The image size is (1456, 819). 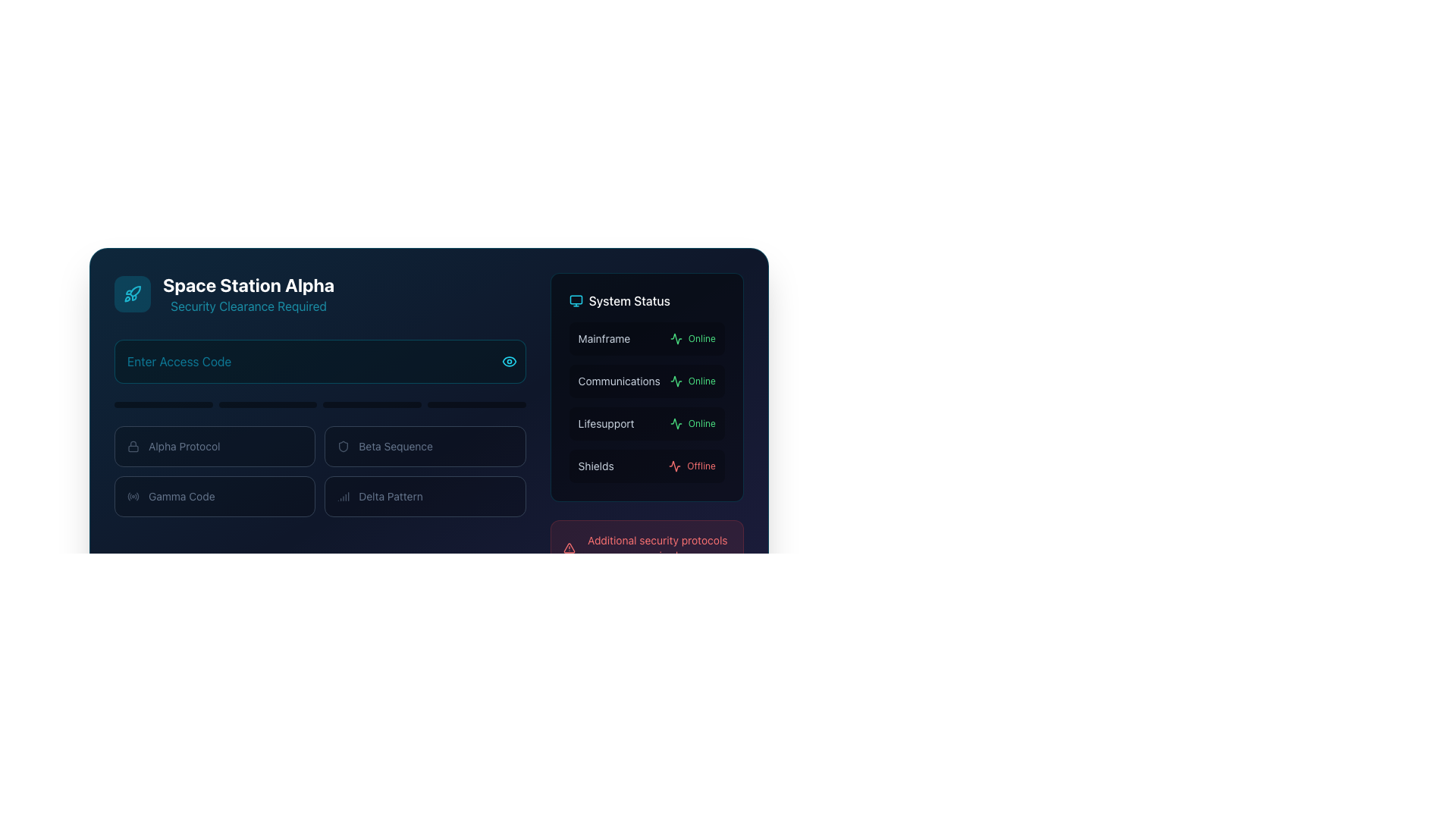 What do you see at coordinates (249, 294) in the screenshot?
I see `the Text Label that conveys the name 'Space Station Alpha' and indicates 'Security Clearance Required', located in the upper-left section of the interface` at bounding box center [249, 294].